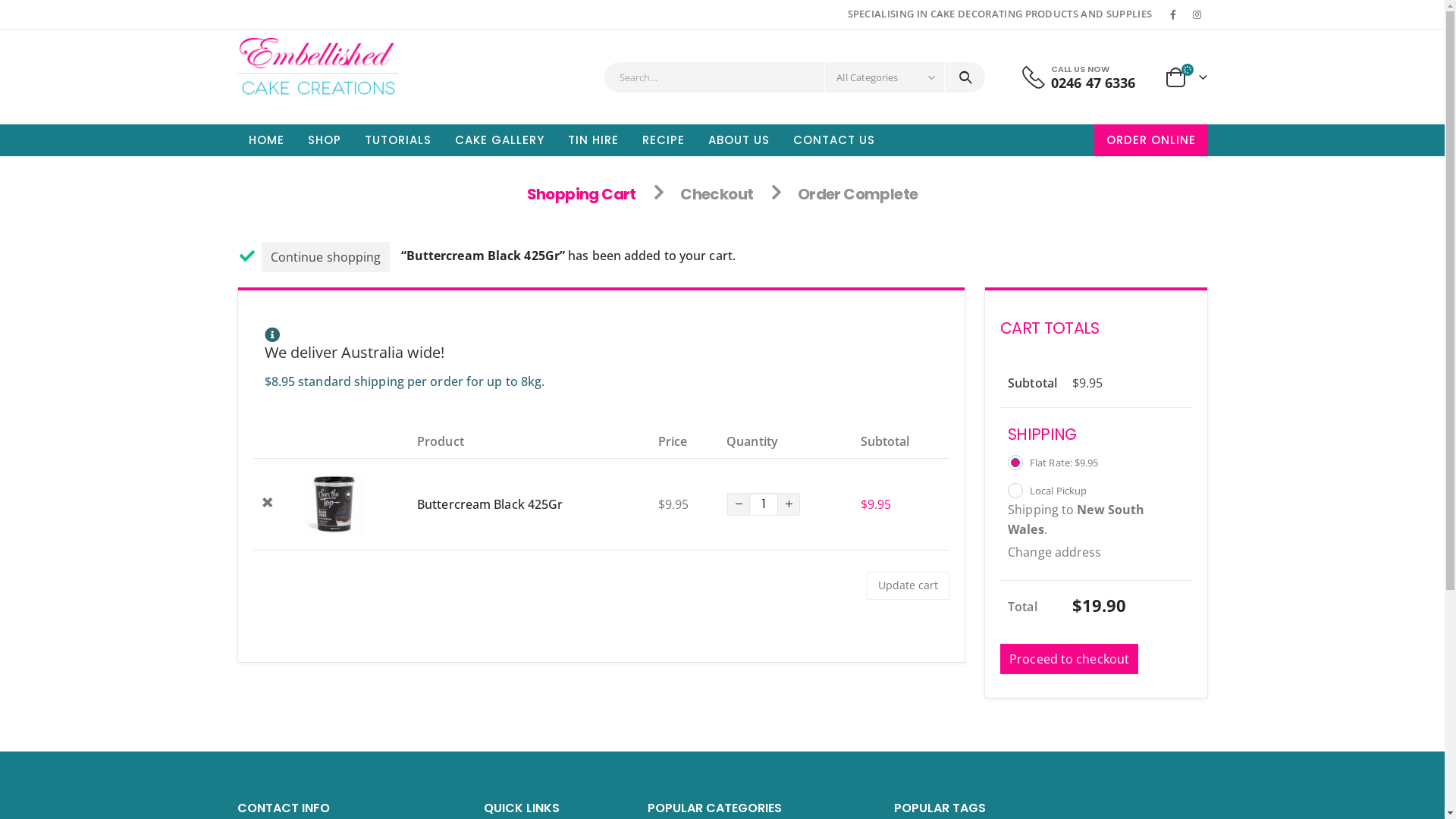 The image size is (1456, 819). Describe the element at coordinates (325, 256) in the screenshot. I see `'Continue shopping'` at that location.